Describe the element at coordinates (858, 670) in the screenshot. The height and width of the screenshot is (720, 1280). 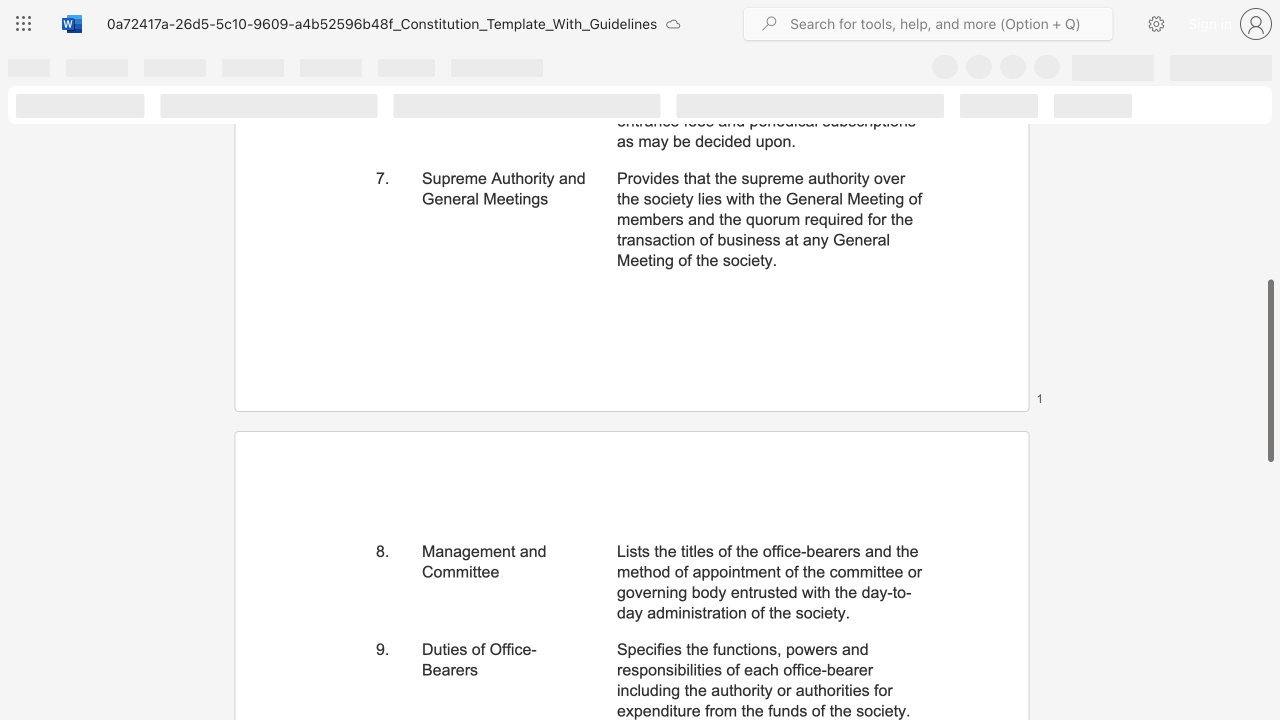
I see `the subset text "er including the authority or auth" within the text "Specifies the functions, powers and responsibilities of each office-bearer including the authority or authorities for expenditure from the funds of the society."` at that location.